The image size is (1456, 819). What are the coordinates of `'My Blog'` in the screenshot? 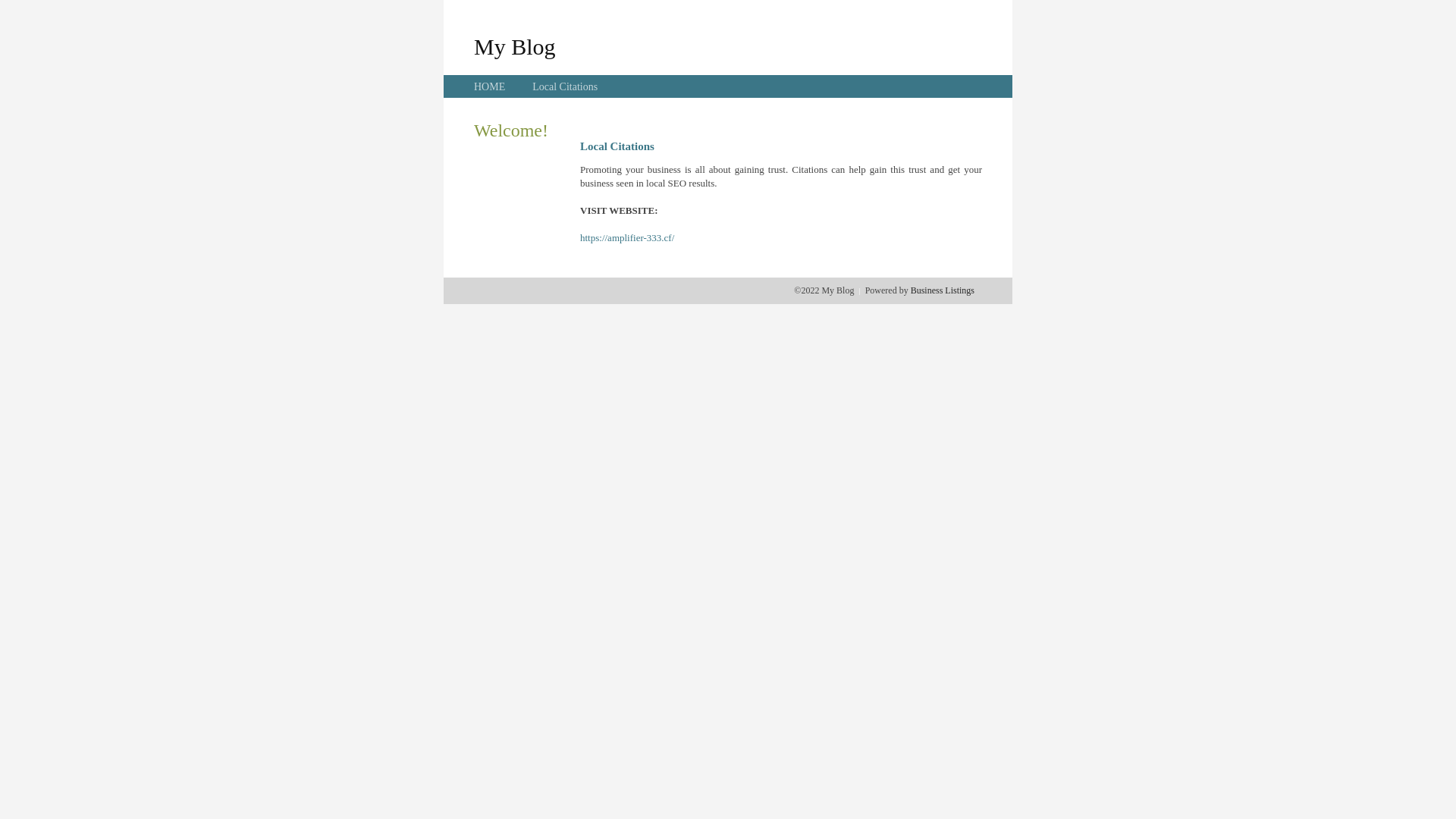 It's located at (514, 45).